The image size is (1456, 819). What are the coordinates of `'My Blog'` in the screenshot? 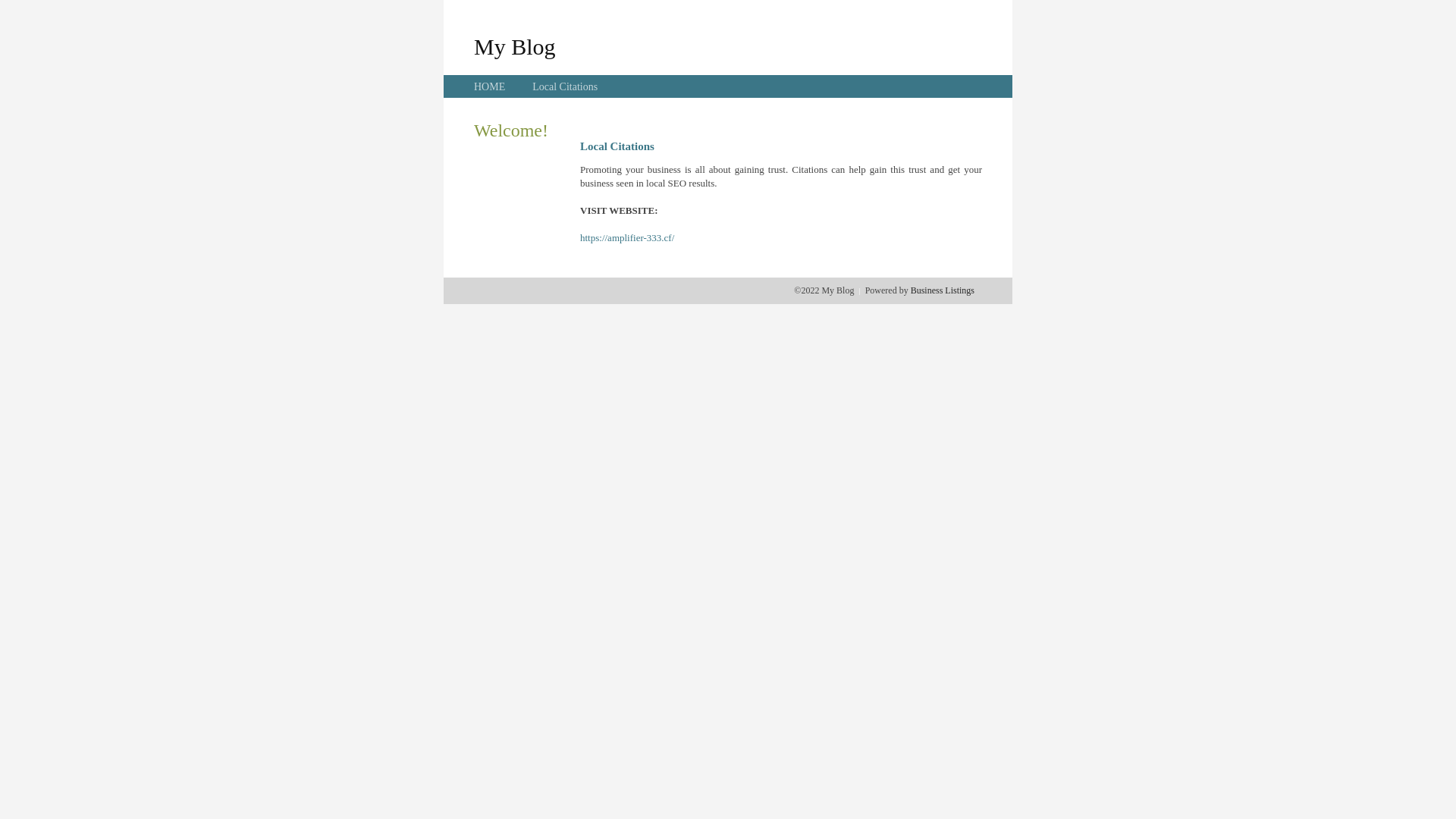 It's located at (514, 45).